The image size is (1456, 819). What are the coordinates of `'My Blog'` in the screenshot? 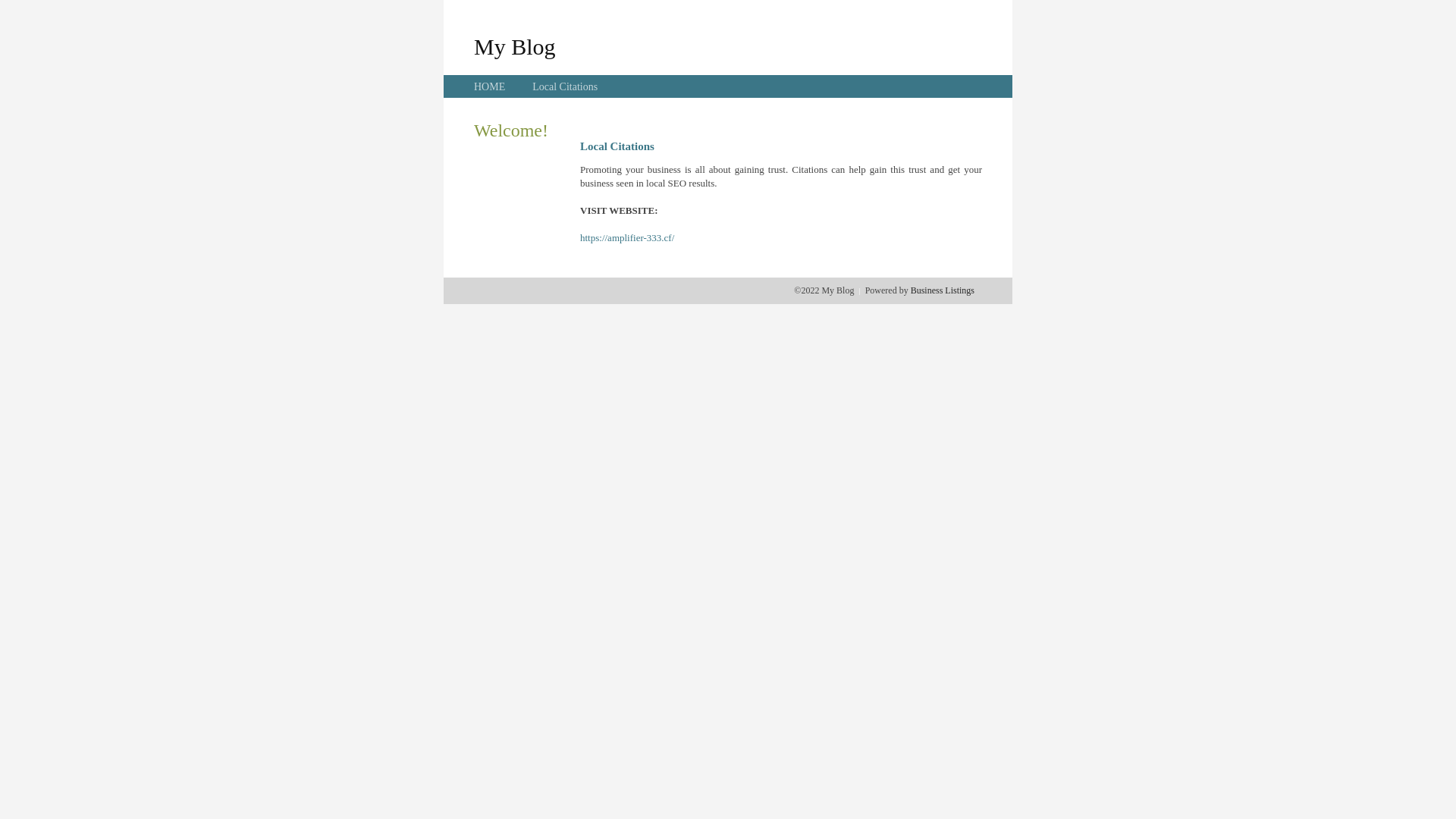 It's located at (514, 45).